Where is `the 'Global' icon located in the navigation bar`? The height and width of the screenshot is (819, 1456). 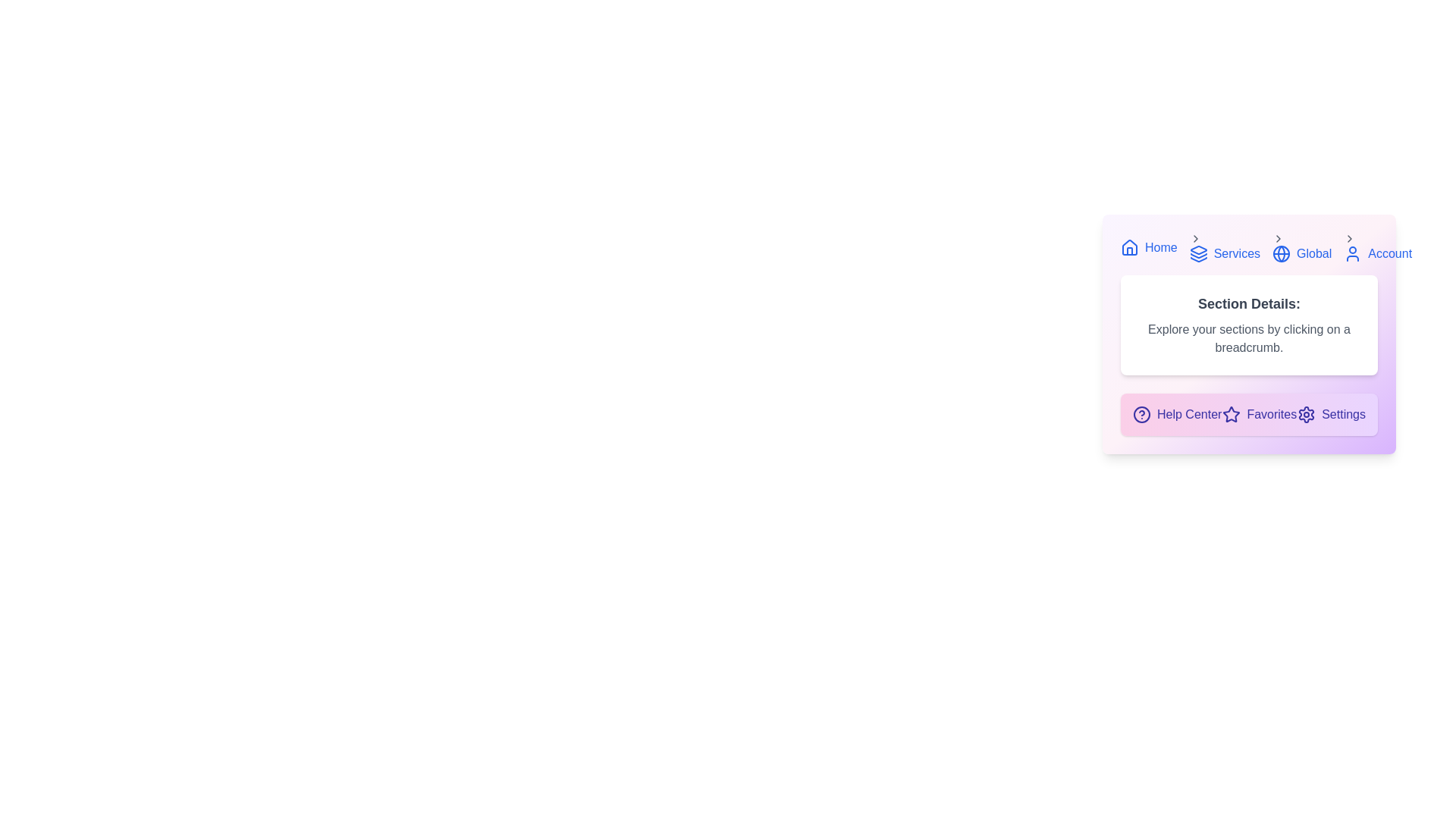 the 'Global' icon located in the navigation bar is located at coordinates (1280, 253).